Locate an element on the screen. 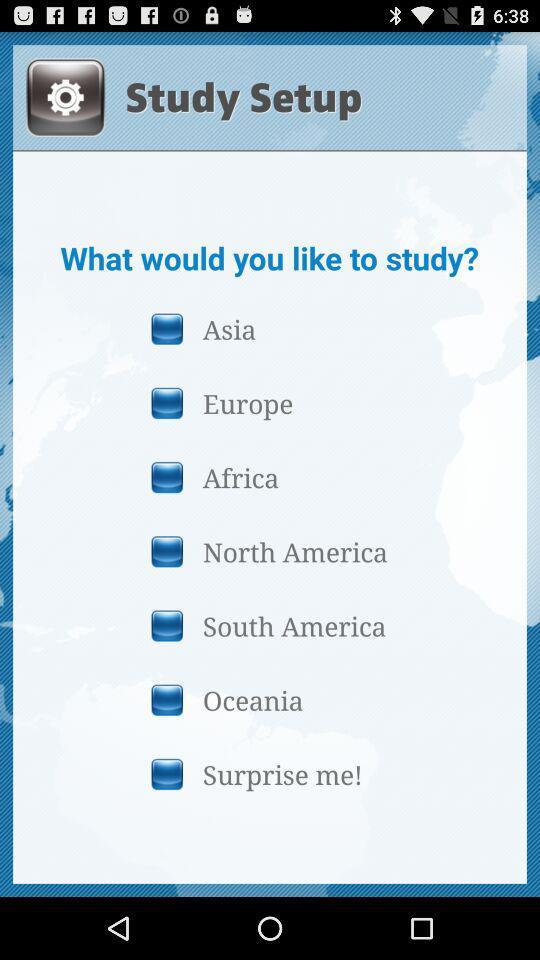 This screenshot has height=960, width=540. the button above the africa is located at coordinates (269, 402).